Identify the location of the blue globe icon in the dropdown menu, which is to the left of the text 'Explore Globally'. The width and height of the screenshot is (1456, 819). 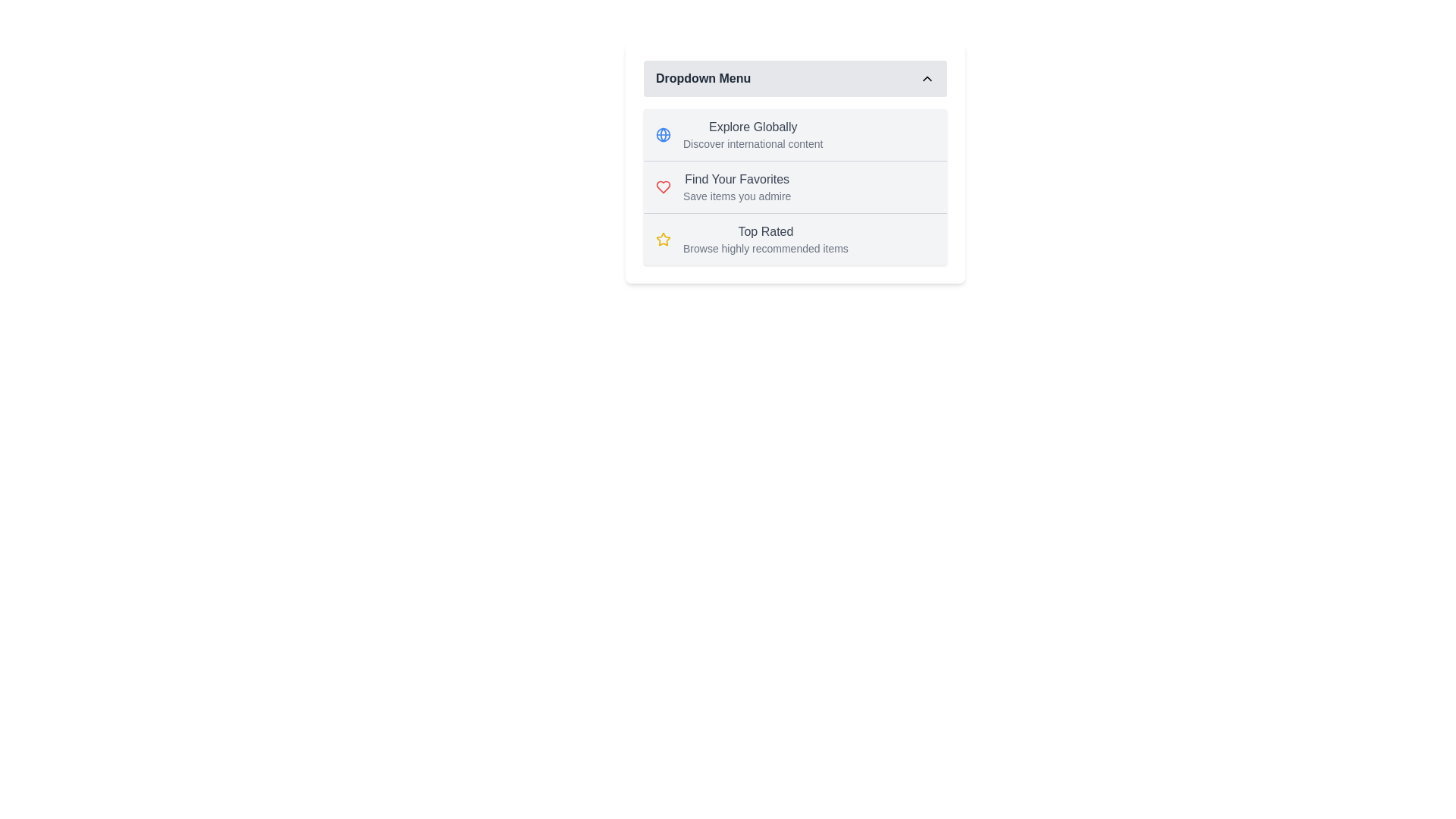
(663, 133).